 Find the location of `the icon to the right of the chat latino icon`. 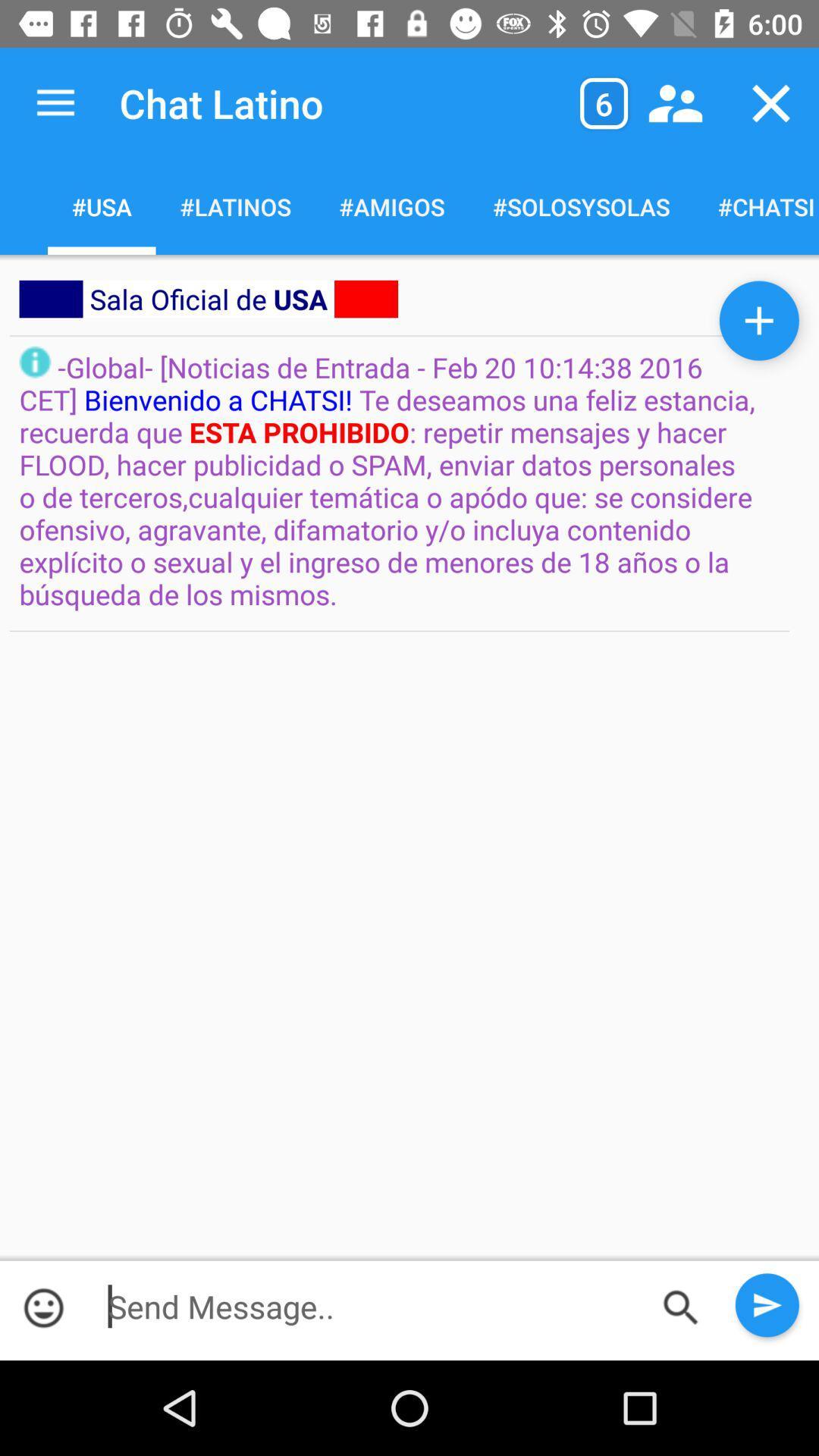

the icon to the right of the chat latino icon is located at coordinates (603, 102).